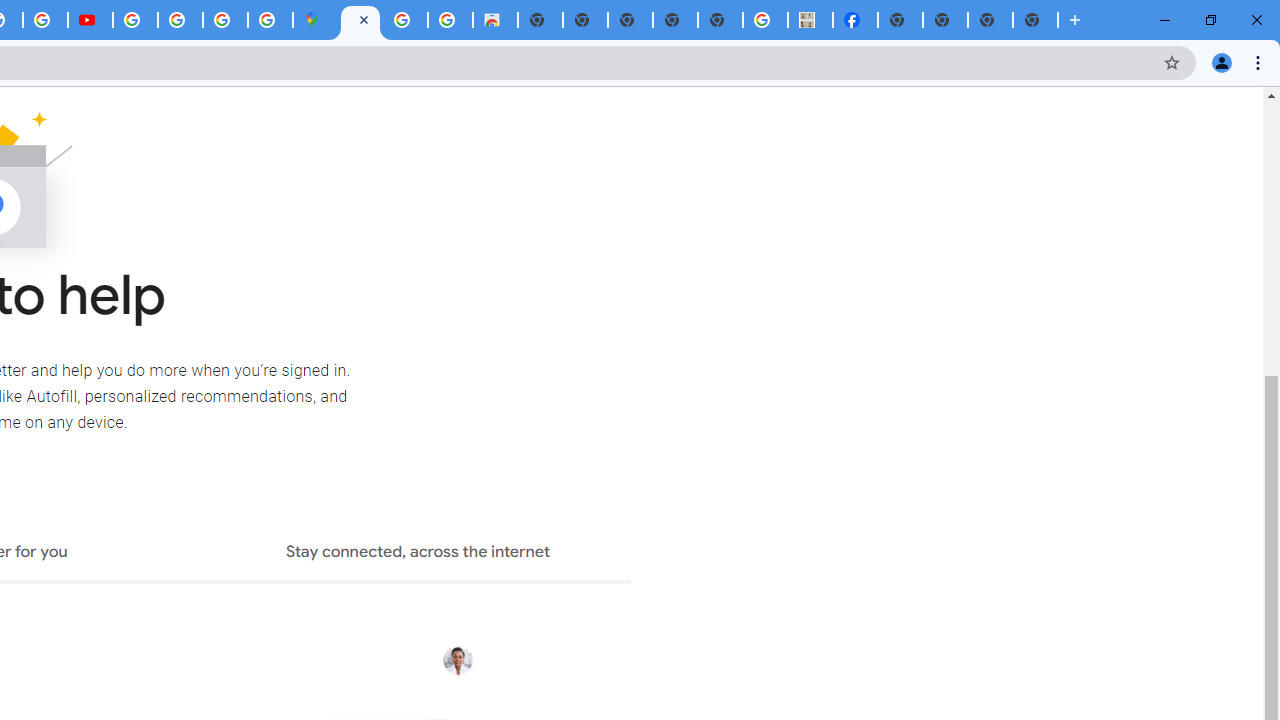 This screenshot has width=1280, height=720. I want to click on 'How Chrome protects your passwords - Google Chrome Help', so click(134, 20).